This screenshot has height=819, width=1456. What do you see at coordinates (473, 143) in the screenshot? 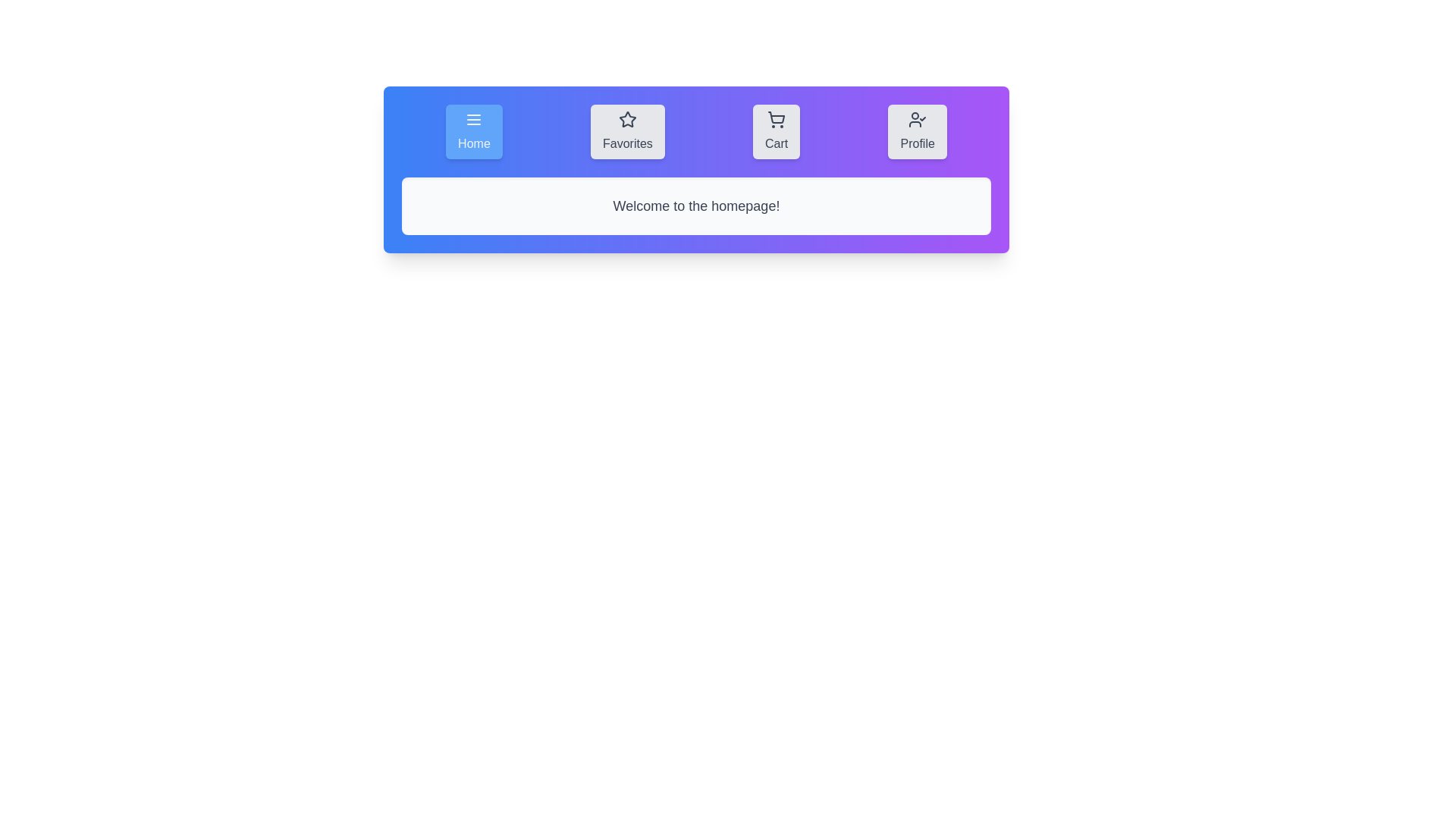
I see `text label displaying 'Home' located below the menu icon in the first button on the navigation bar` at bounding box center [473, 143].